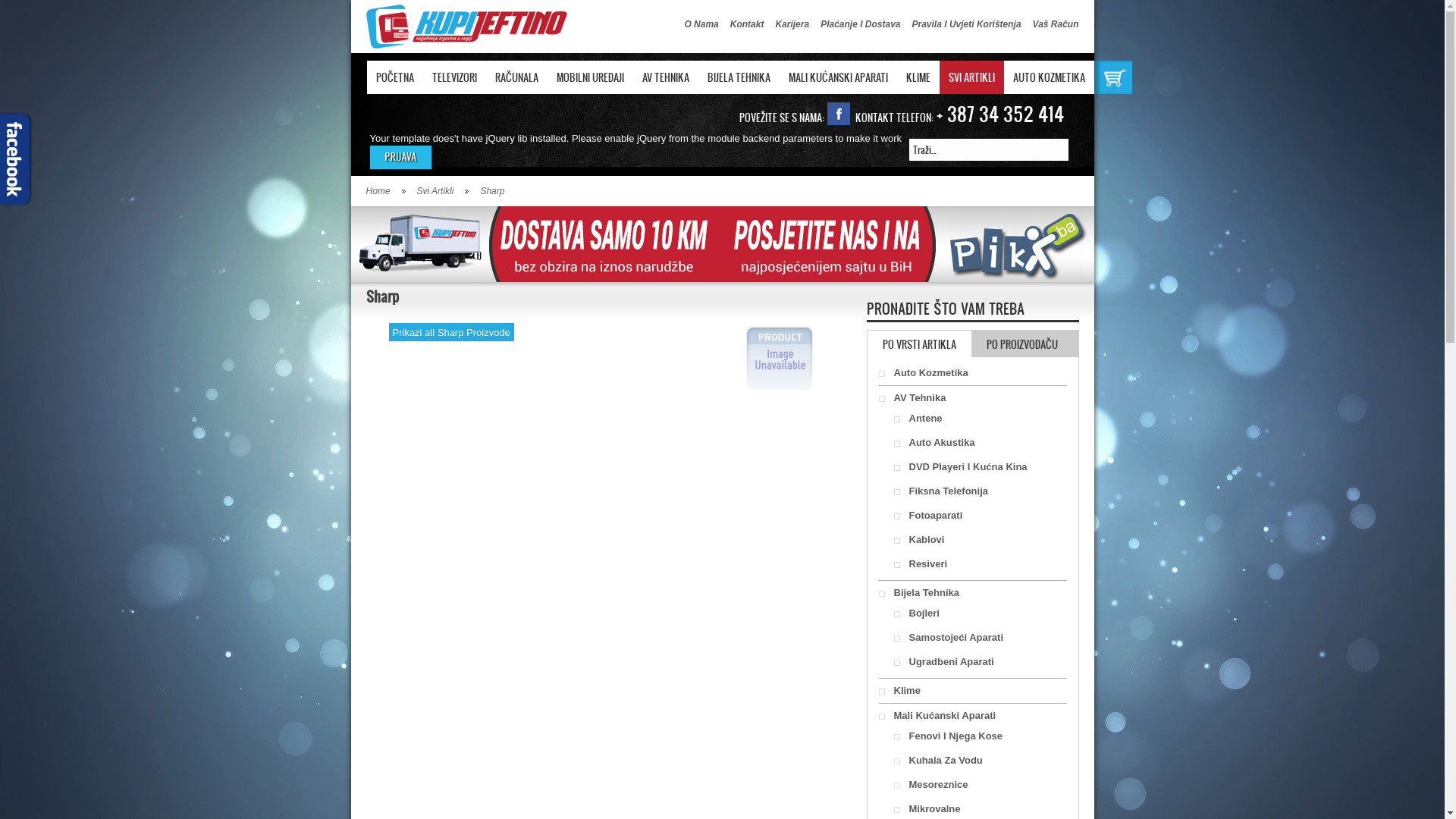  Describe the element at coordinates (971, 77) in the screenshot. I see `'SVI ARTIKLI'` at that location.